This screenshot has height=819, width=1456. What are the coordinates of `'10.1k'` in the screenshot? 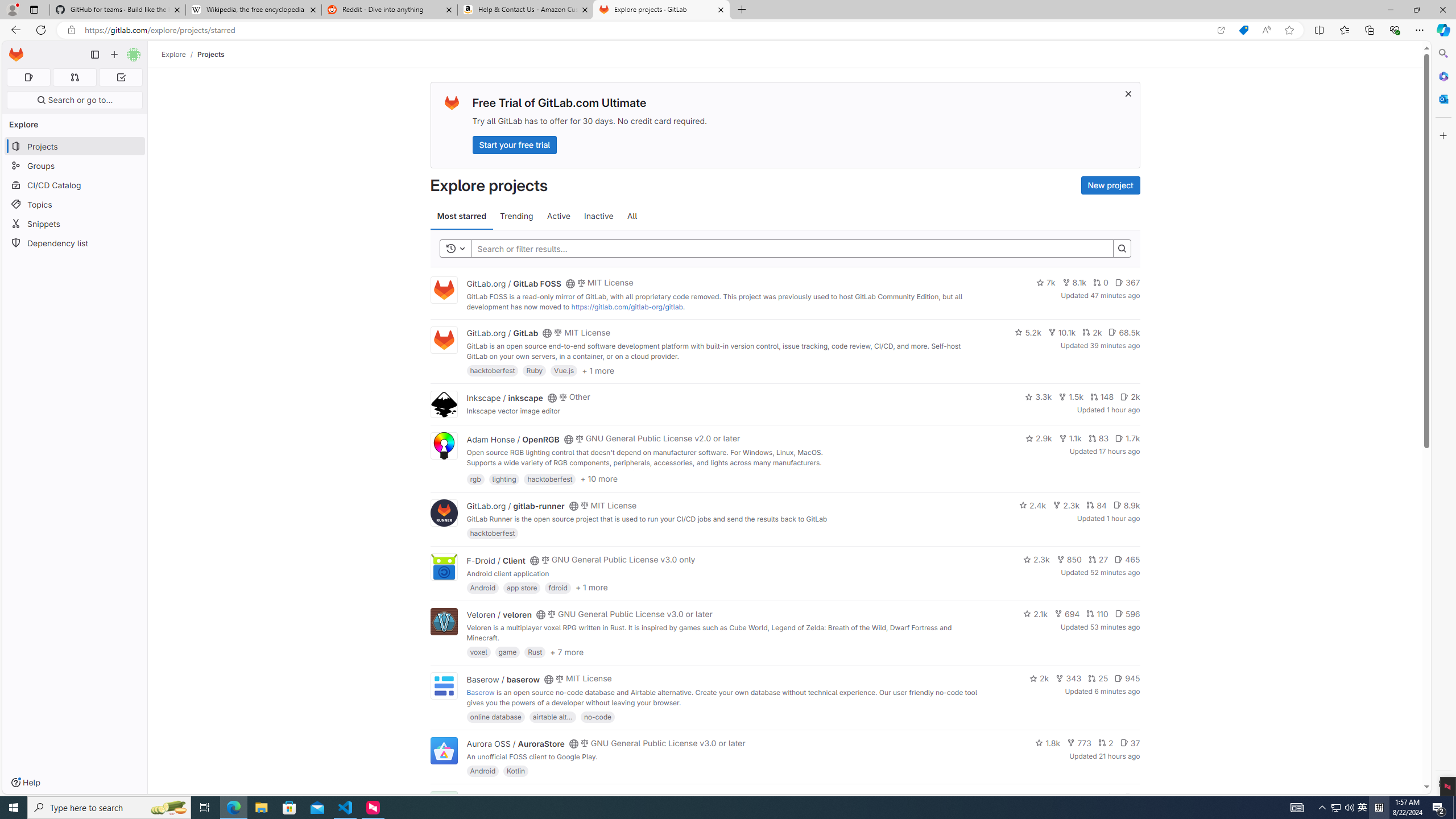 It's located at (1062, 331).